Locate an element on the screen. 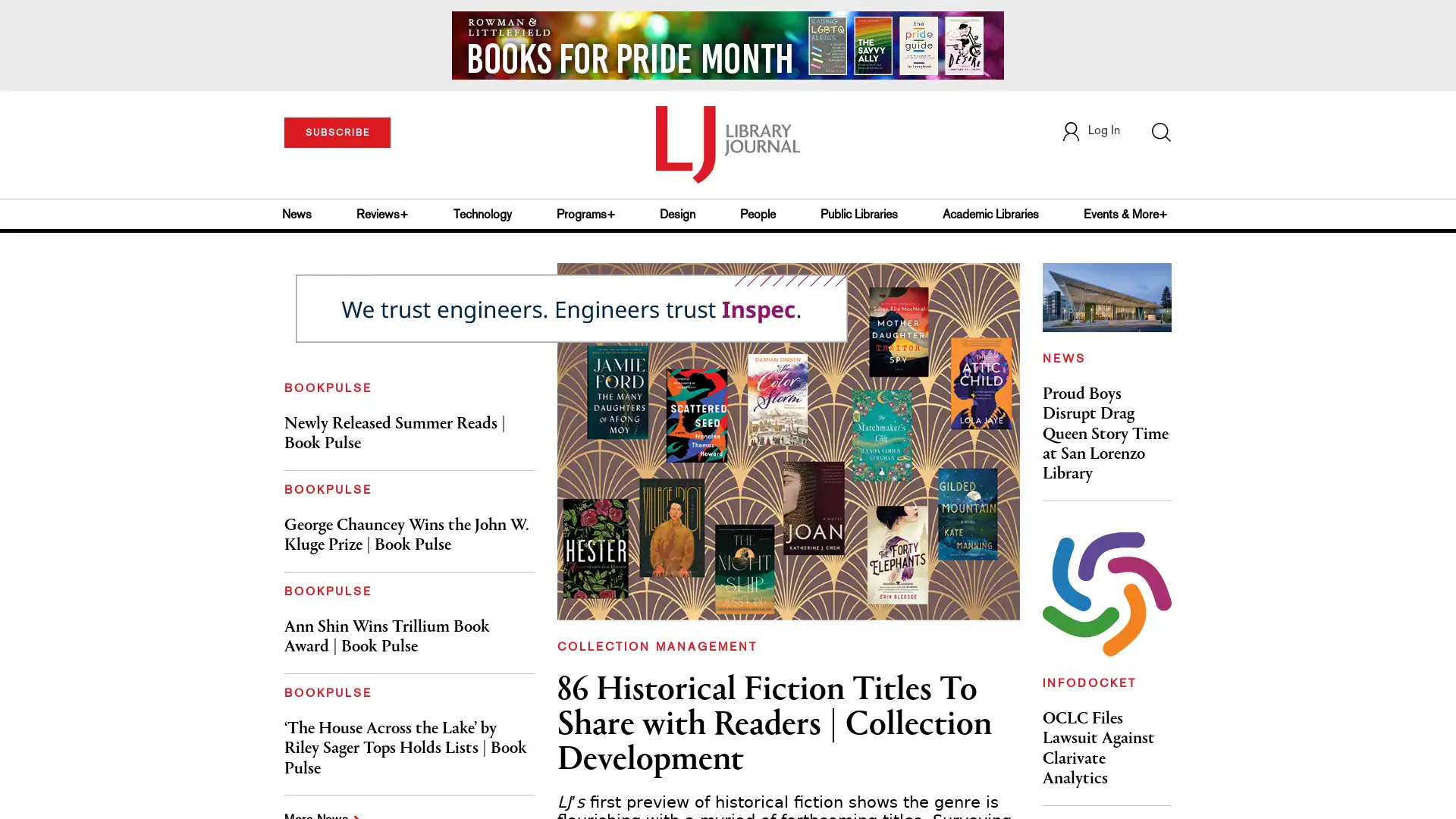  SUBSCRIBE is located at coordinates (337, 131).